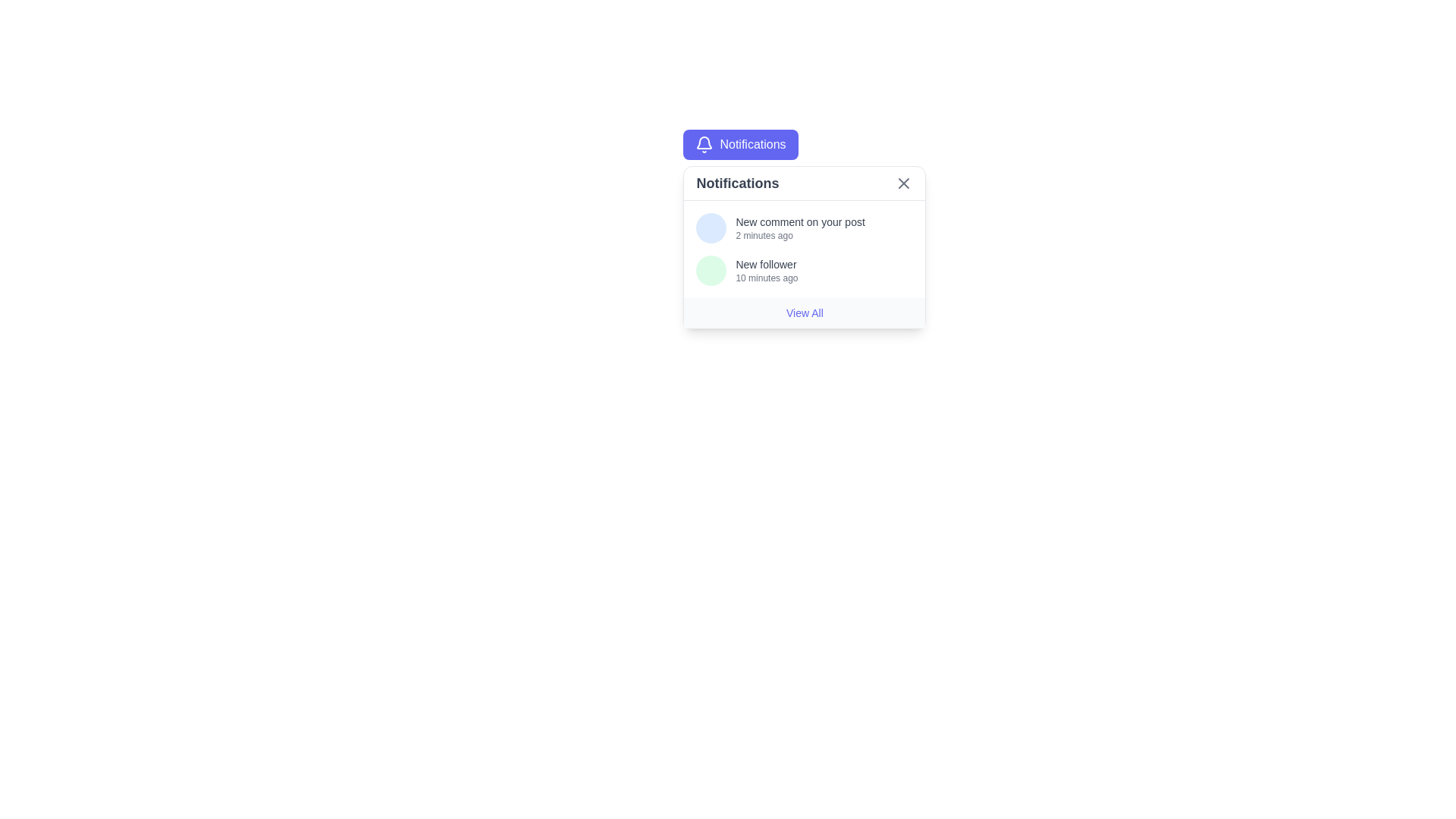 The width and height of the screenshot is (1456, 819). Describe the element at coordinates (767, 270) in the screenshot. I see `the text block that contains 'New follower' and '10 minutes ago', which is the second notification in the dropdown list of notifications` at that location.